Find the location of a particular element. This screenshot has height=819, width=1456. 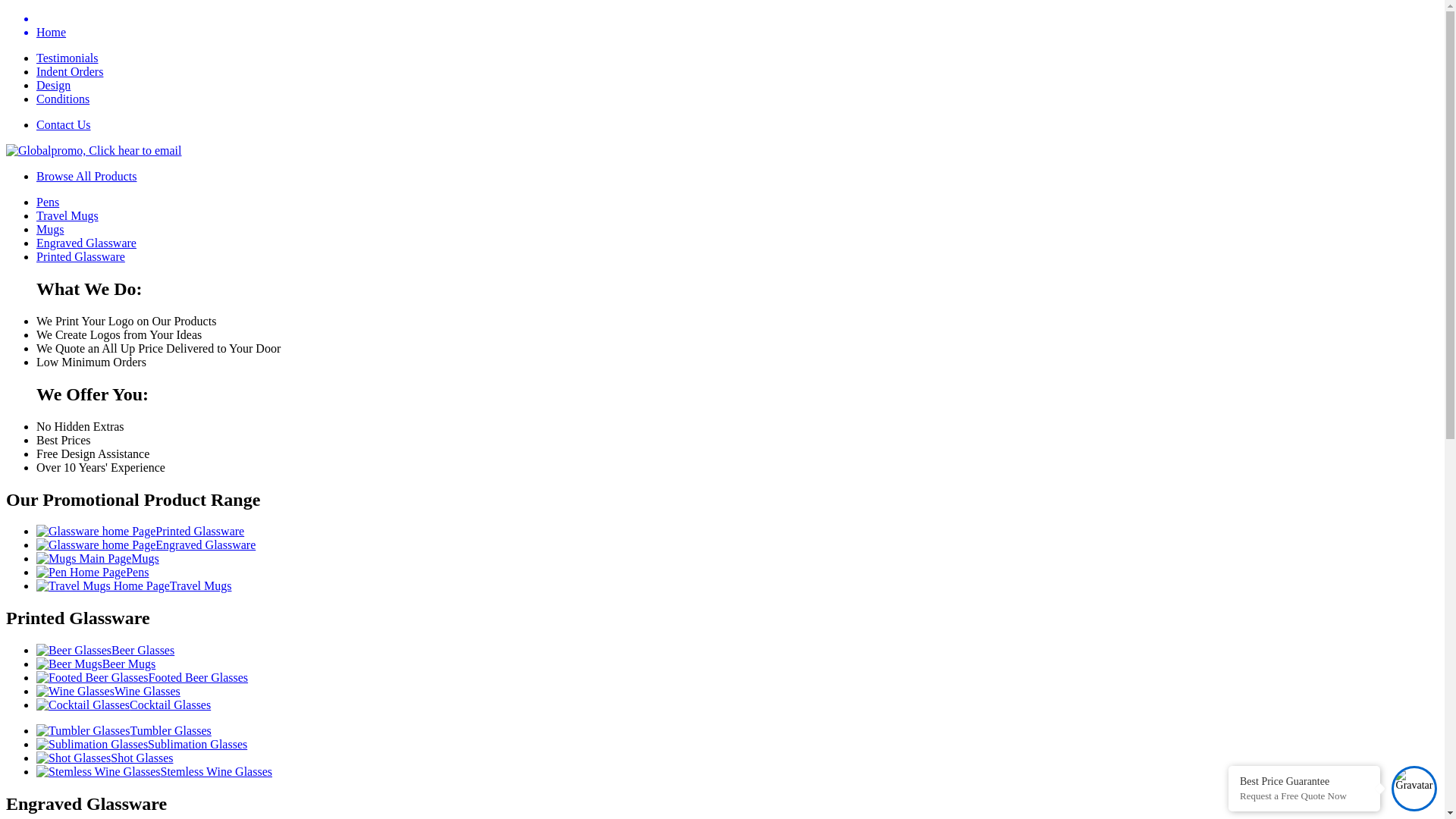

'Testimonials' is located at coordinates (67, 57).